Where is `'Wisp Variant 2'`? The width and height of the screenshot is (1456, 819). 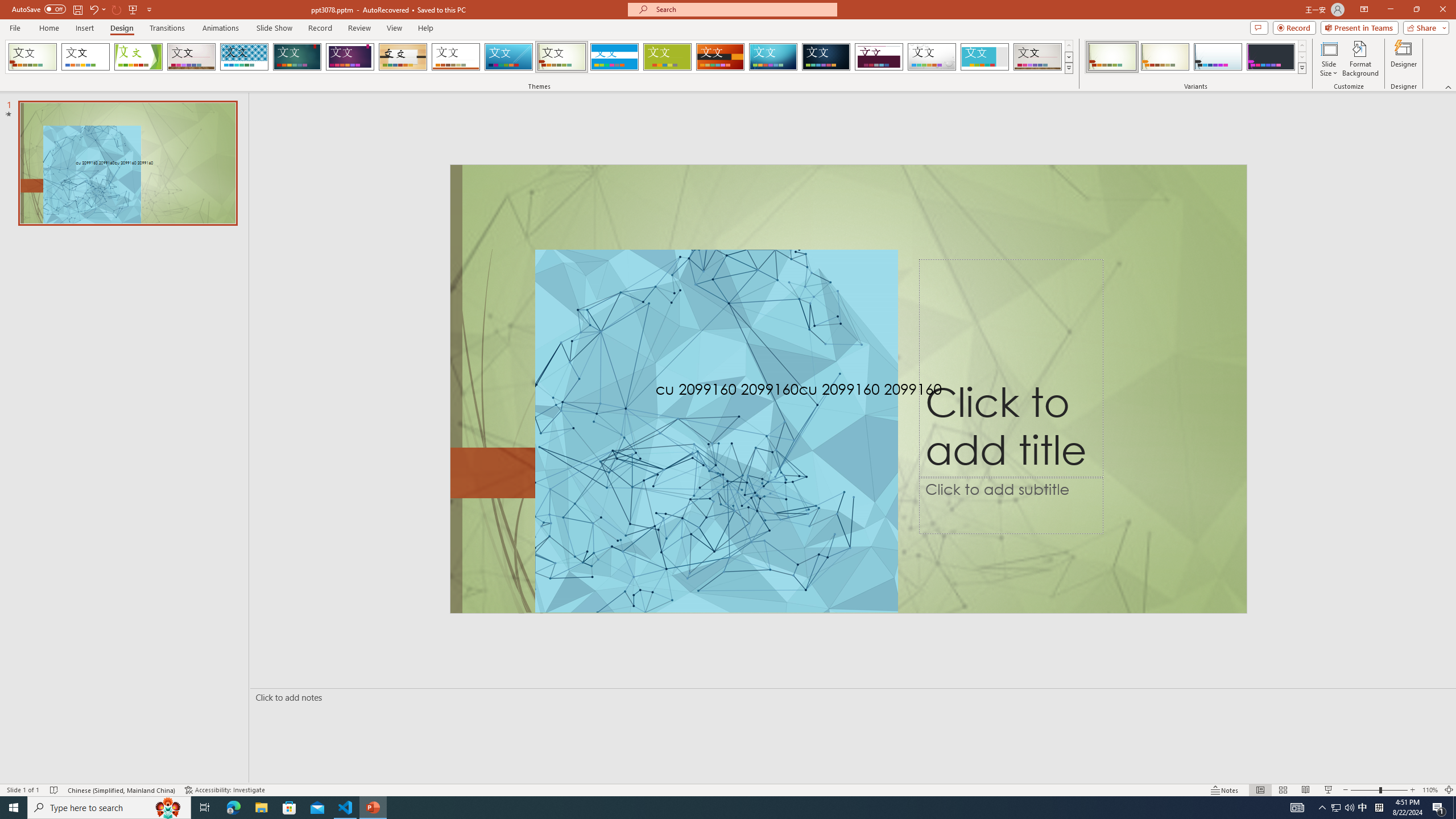
'Wisp Variant 2' is located at coordinates (1164, 56).